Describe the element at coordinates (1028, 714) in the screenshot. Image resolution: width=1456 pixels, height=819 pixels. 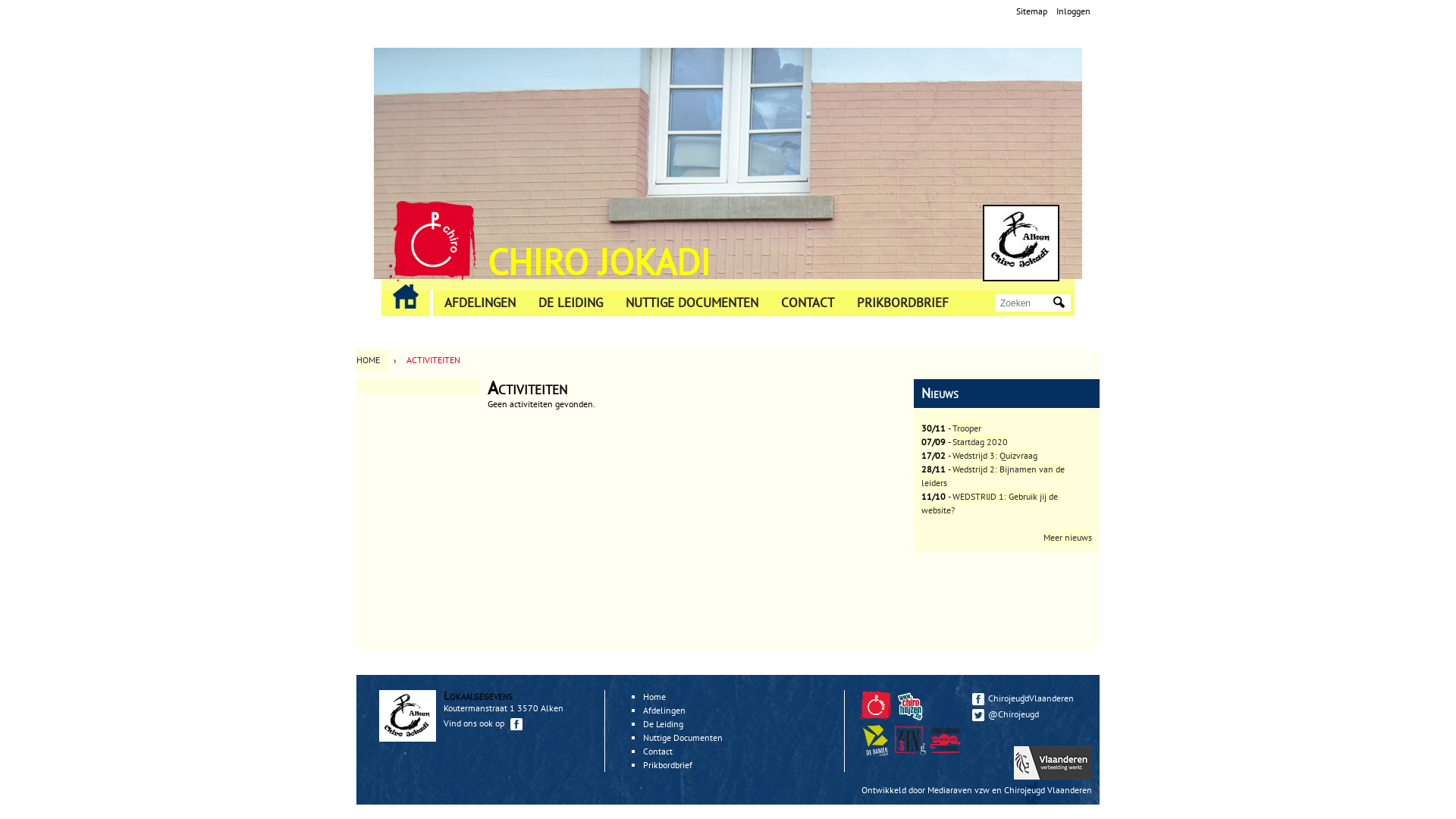
I see `'@Chirojeugd'` at that location.